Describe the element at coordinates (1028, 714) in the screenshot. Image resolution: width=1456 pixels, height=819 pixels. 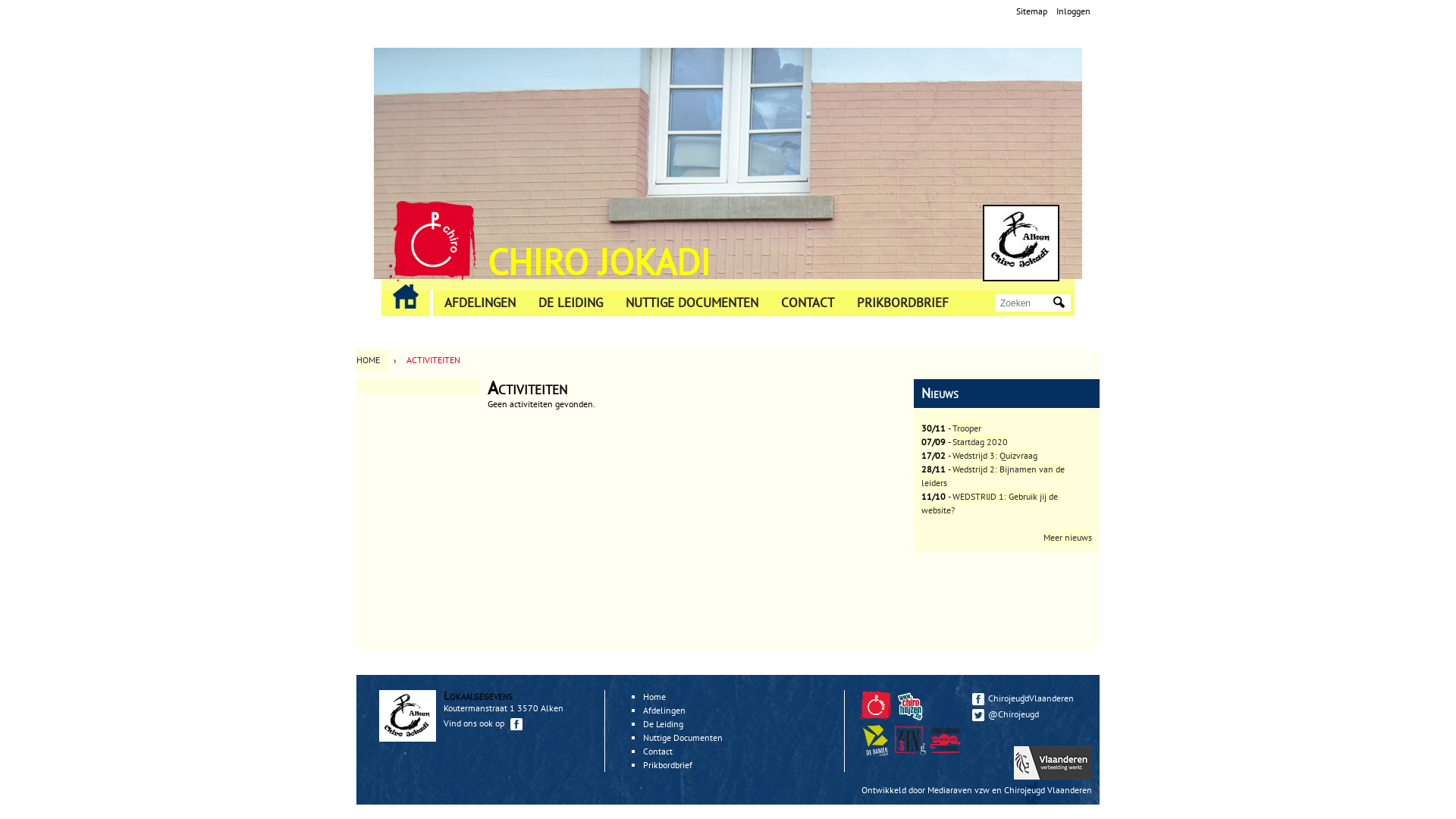
I see `'@Chirojeugd'` at that location.